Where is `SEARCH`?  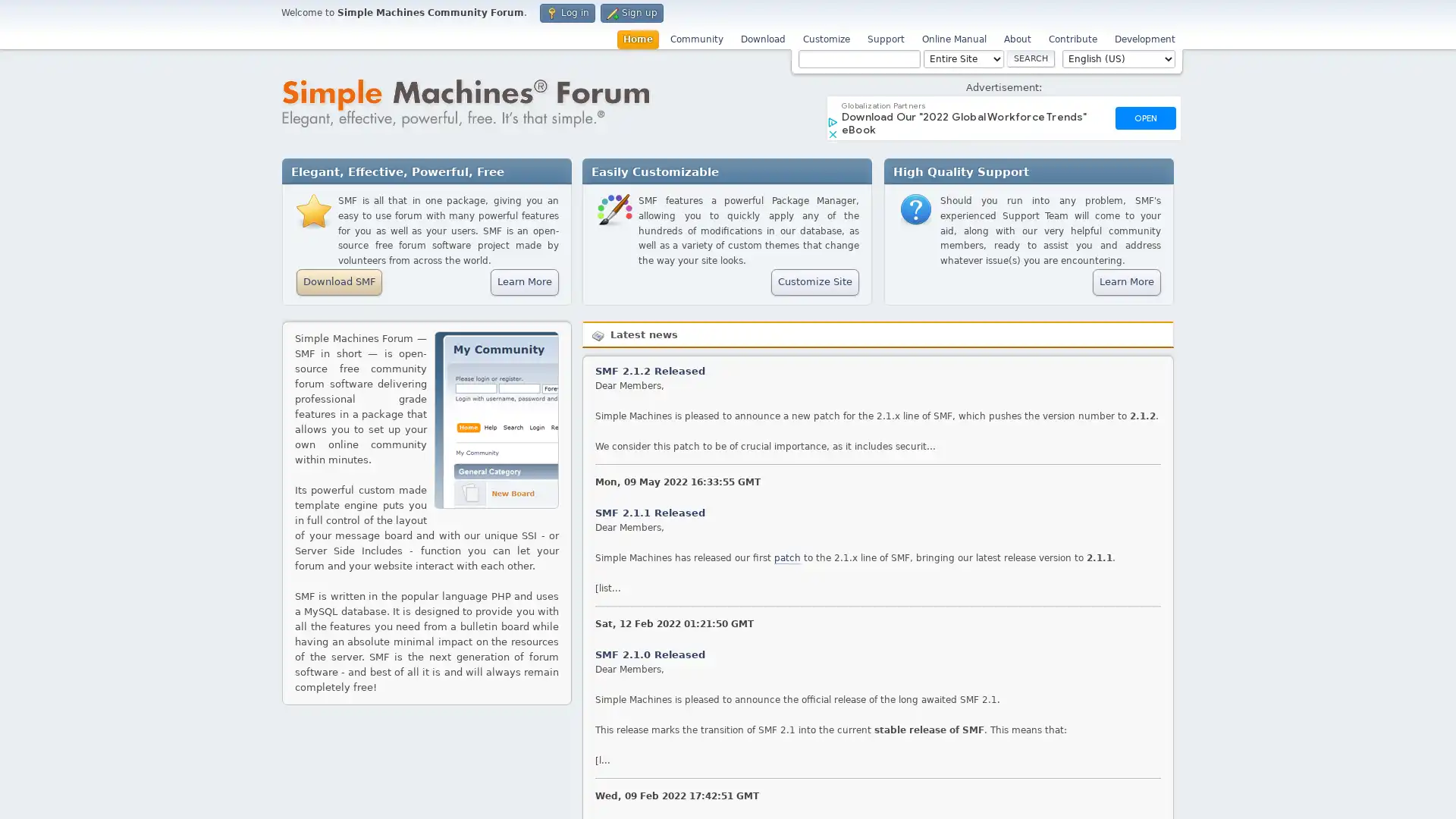 SEARCH is located at coordinates (1031, 58).